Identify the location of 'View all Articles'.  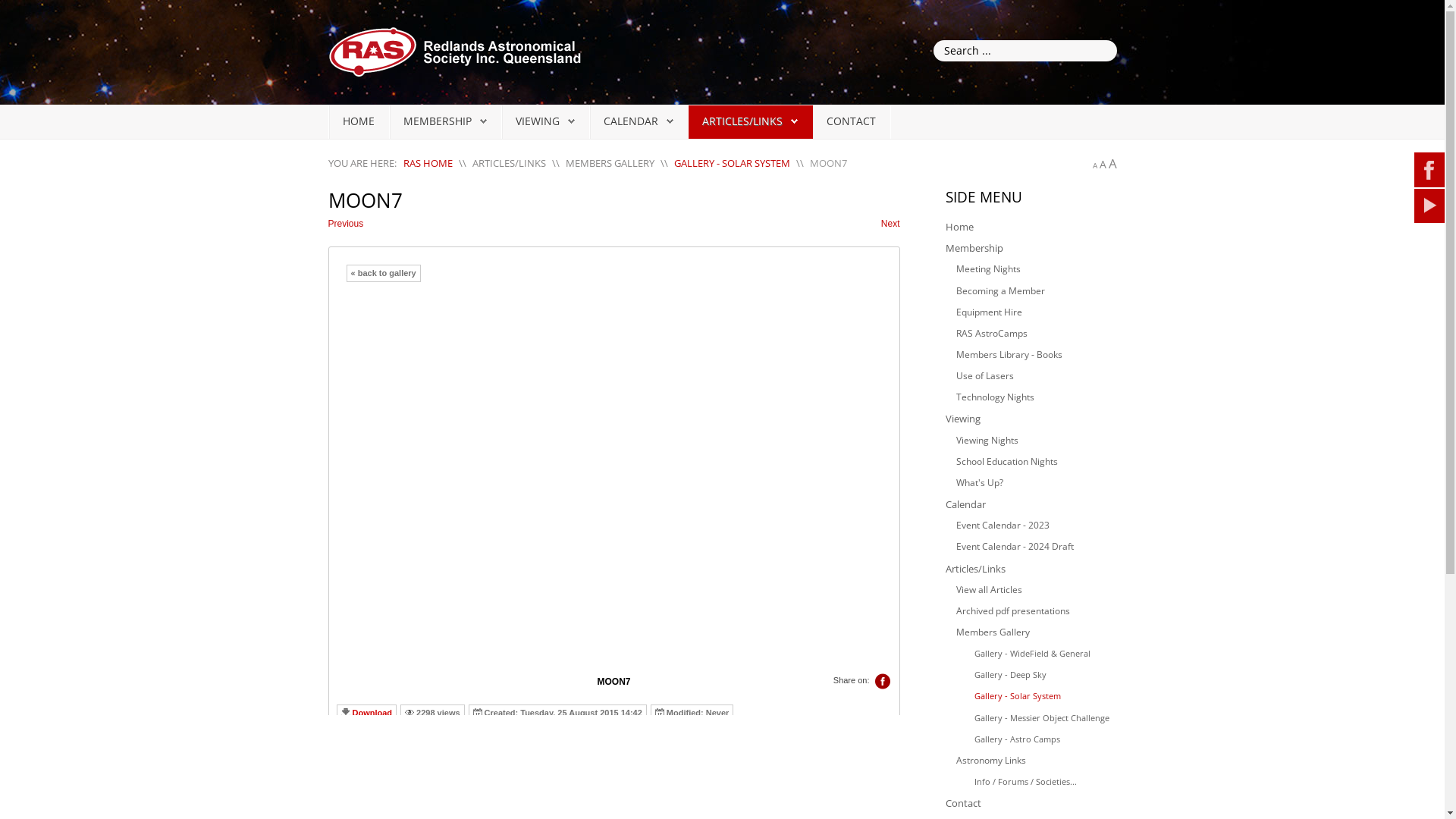
(1035, 589).